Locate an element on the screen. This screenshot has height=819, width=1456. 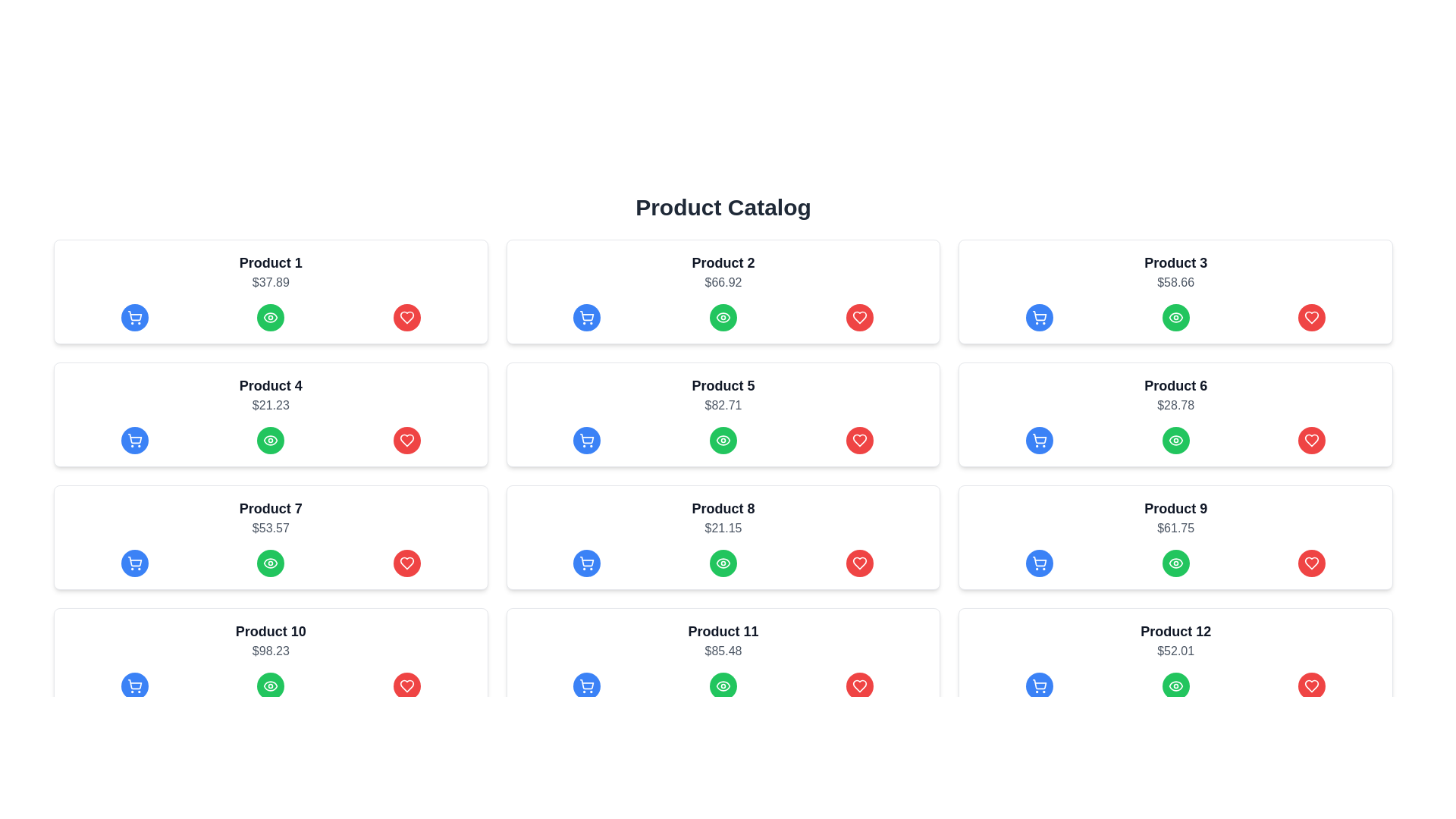
the heart-shaped icon located in the second row and second column of the grid layout, which is positioned to the right of the card titled 'Product 5' is located at coordinates (859, 441).